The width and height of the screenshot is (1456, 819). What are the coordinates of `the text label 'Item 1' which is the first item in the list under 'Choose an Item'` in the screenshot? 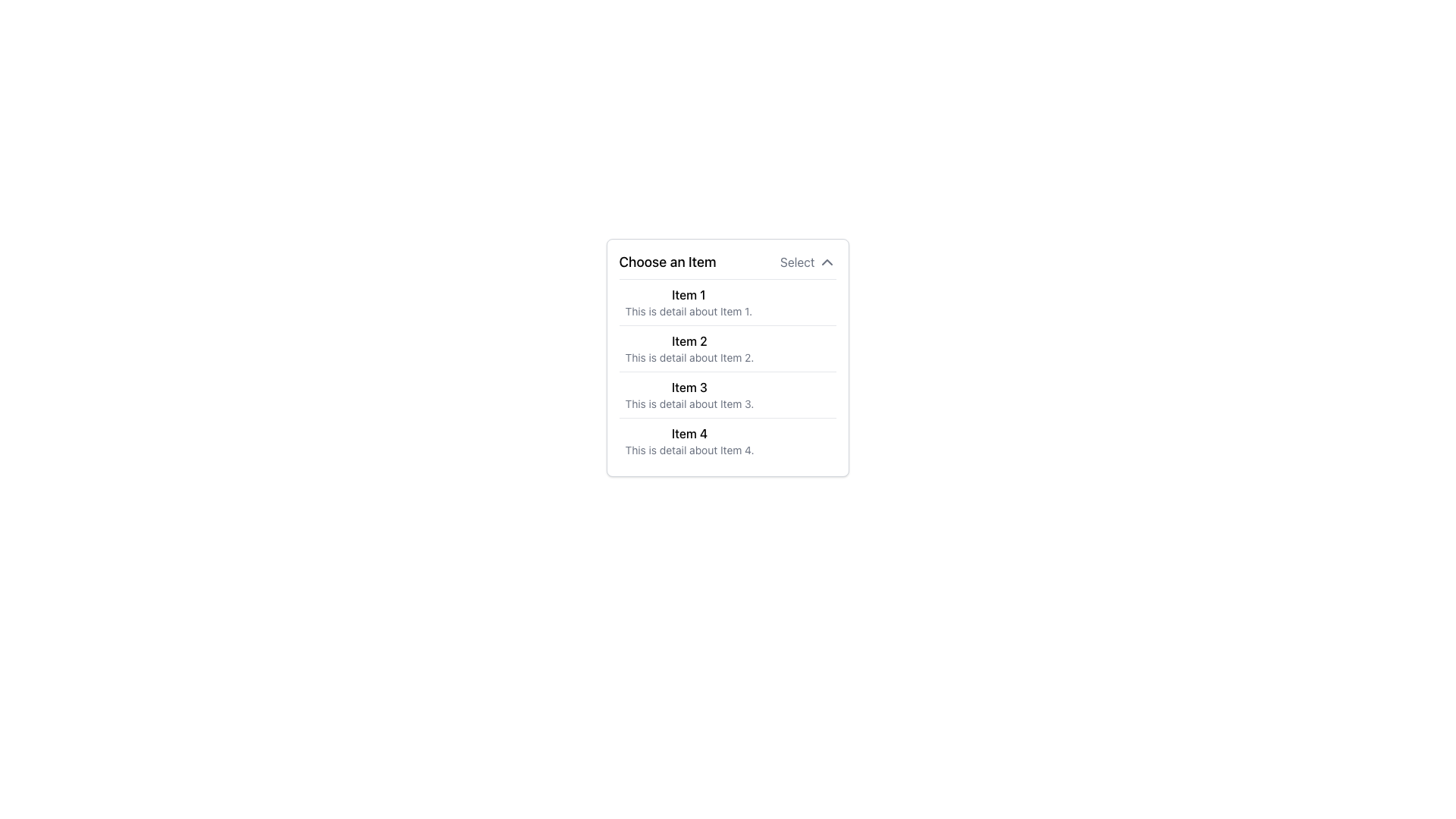 It's located at (688, 295).